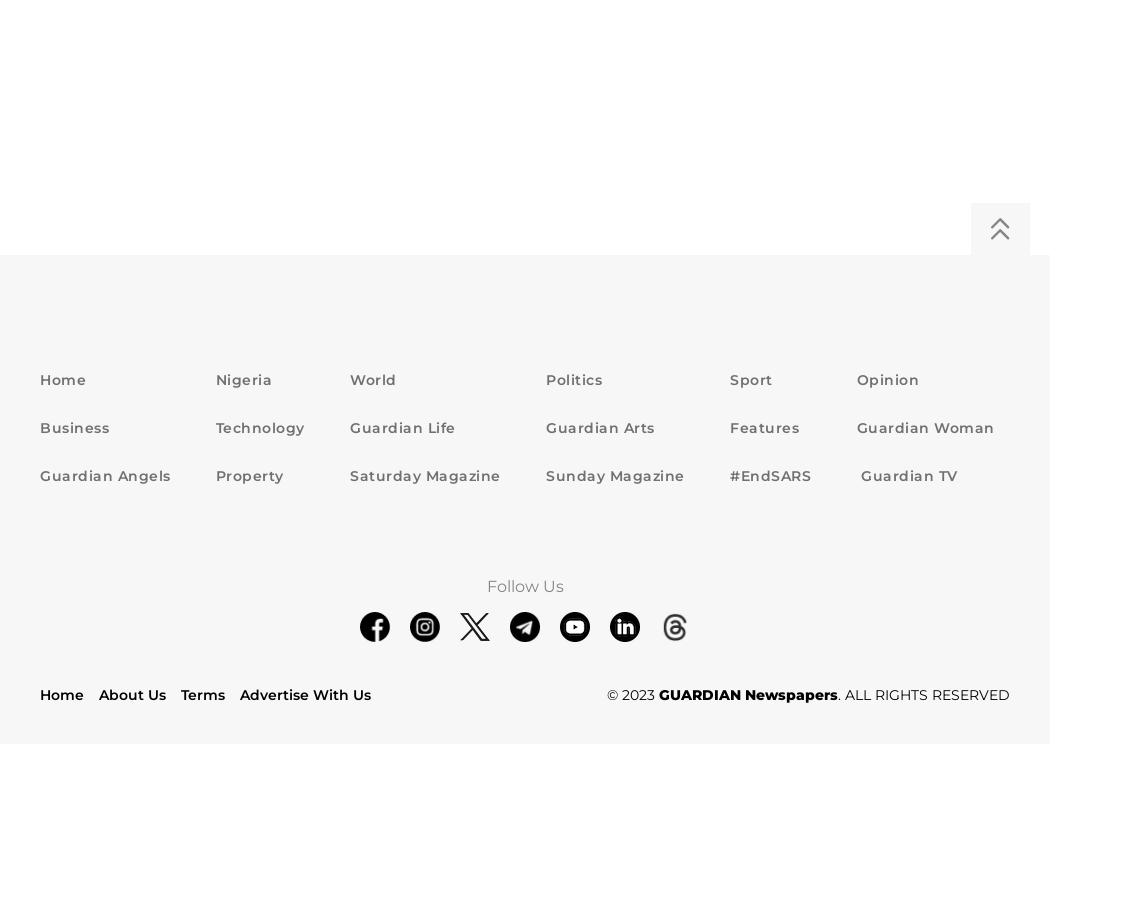 This screenshot has height=913, width=1130. Describe the element at coordinates (748, 693) in the screenshot. I see `'GUARDIAN Newspapers'` at that location.